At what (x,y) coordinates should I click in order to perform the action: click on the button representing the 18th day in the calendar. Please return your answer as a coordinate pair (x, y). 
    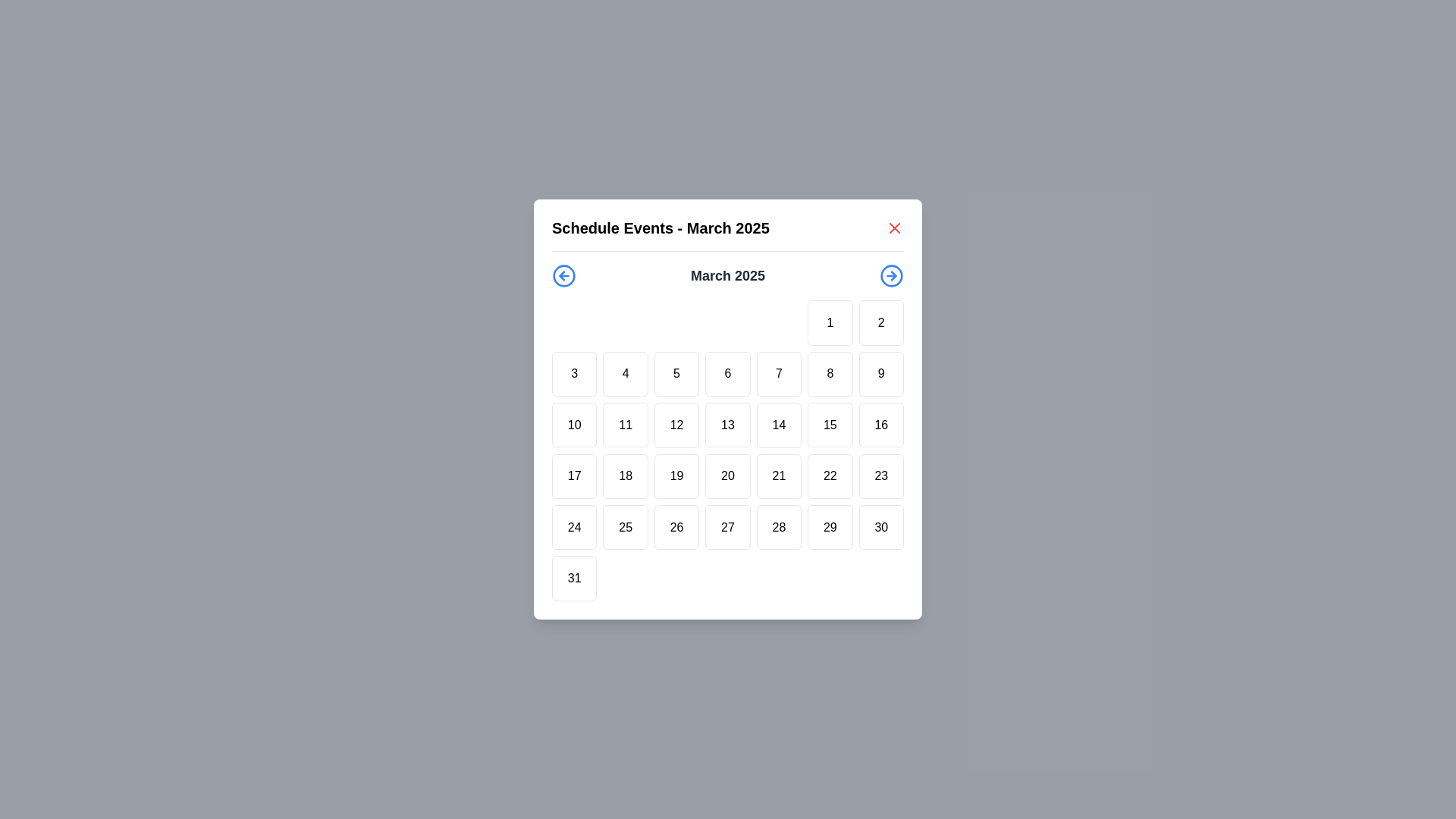
    Looking at the image, I should click on (626, 475).